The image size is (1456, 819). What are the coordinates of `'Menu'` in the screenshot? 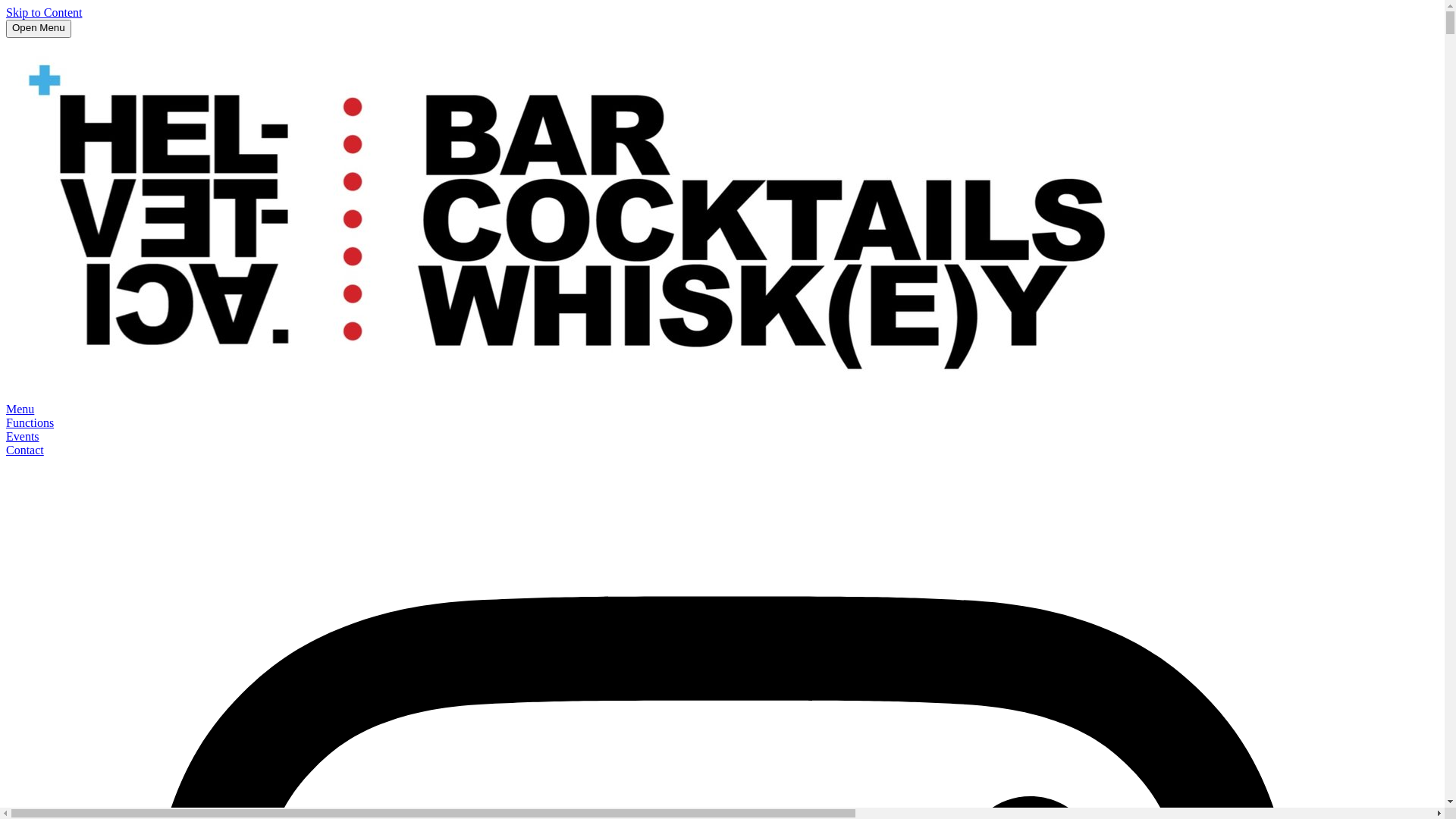 It's located at (20, 408).